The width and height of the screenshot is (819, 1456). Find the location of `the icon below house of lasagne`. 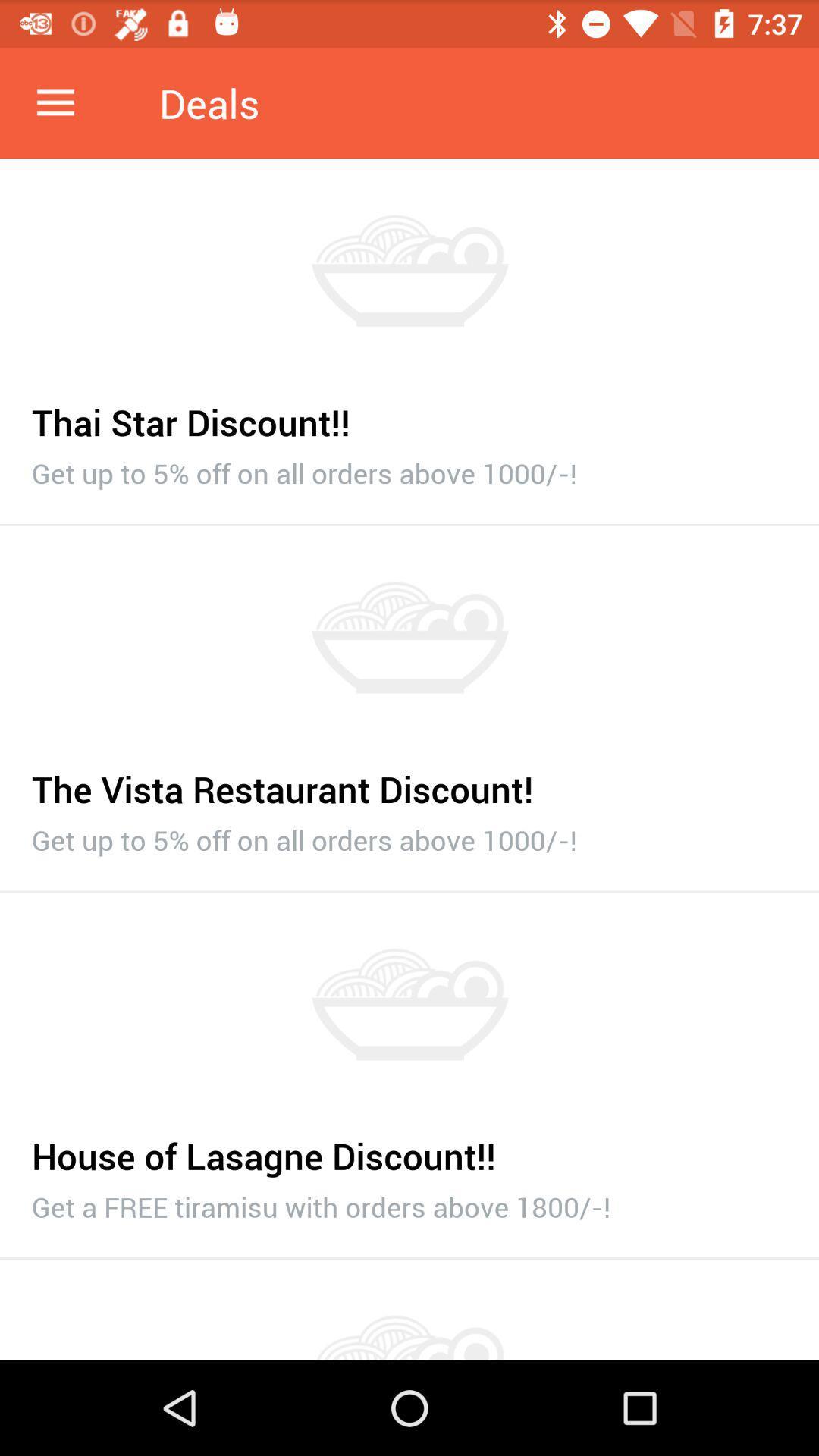

the icon below house of lasagne is located at coordinates (409, 1202).